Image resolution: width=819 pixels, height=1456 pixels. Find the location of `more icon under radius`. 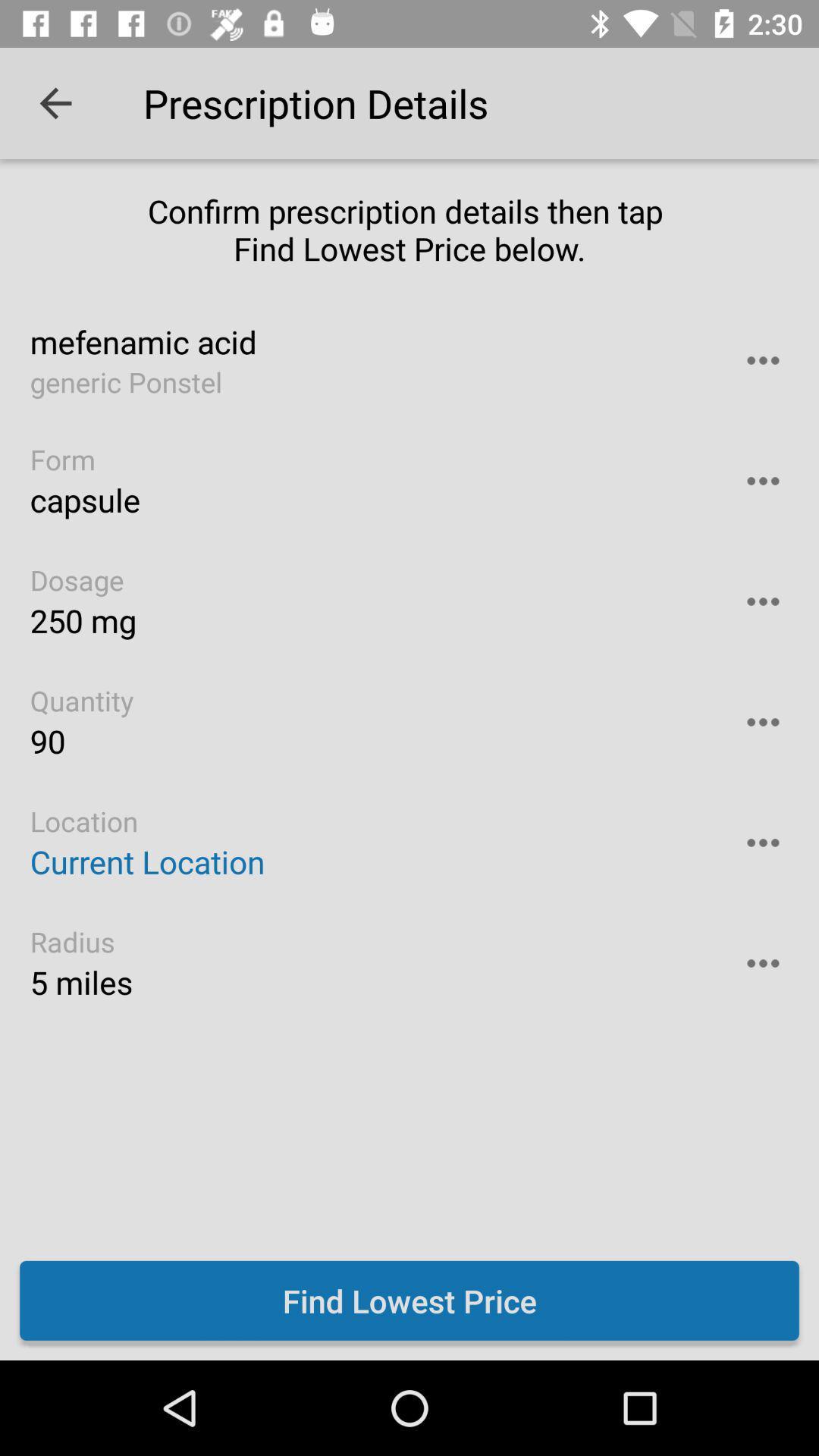

more icon under radius is located at coordinates (763, 962).